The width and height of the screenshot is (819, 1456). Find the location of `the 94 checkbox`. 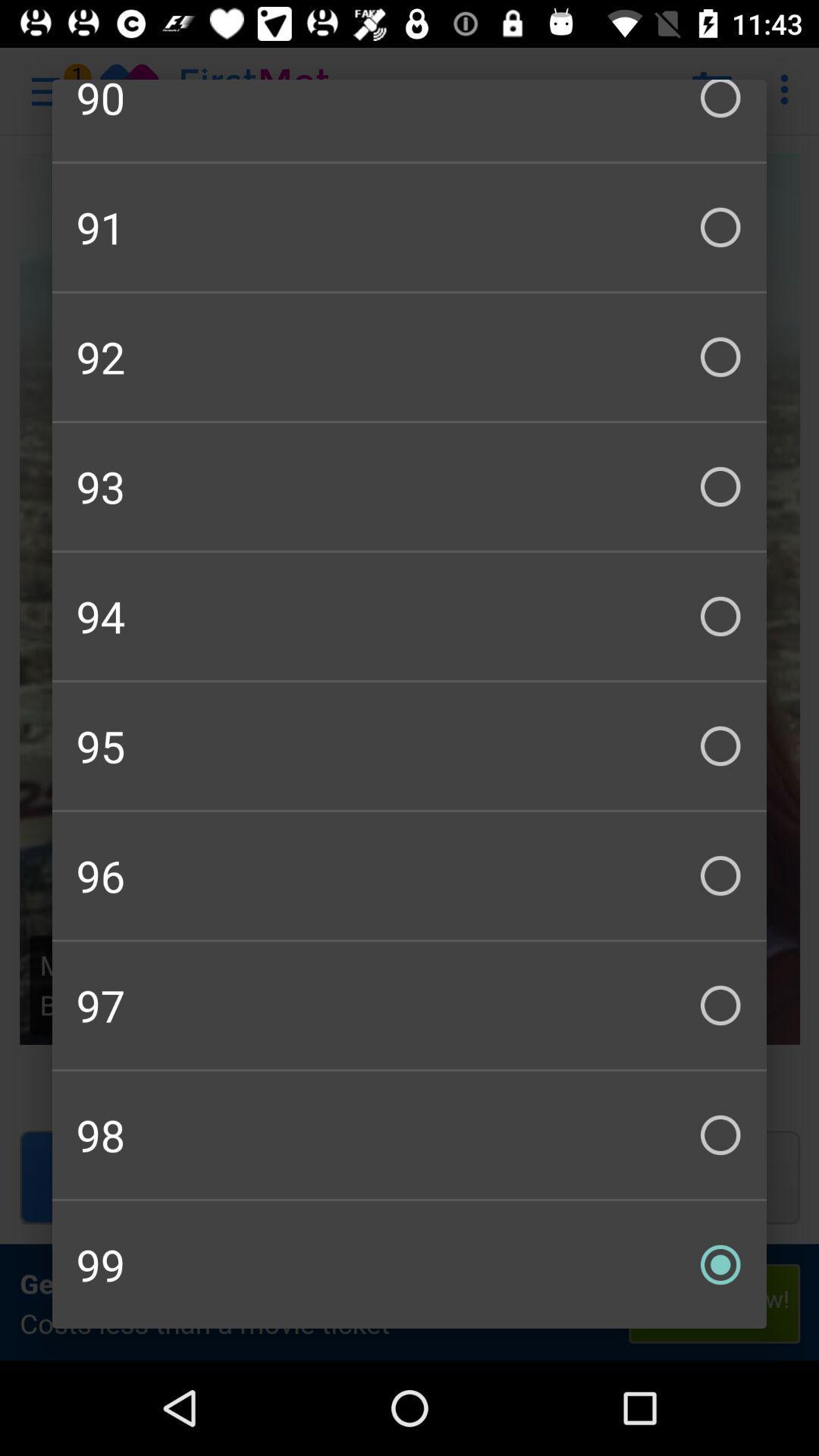

the 94 checkbox is located at coordinates (409, 616).